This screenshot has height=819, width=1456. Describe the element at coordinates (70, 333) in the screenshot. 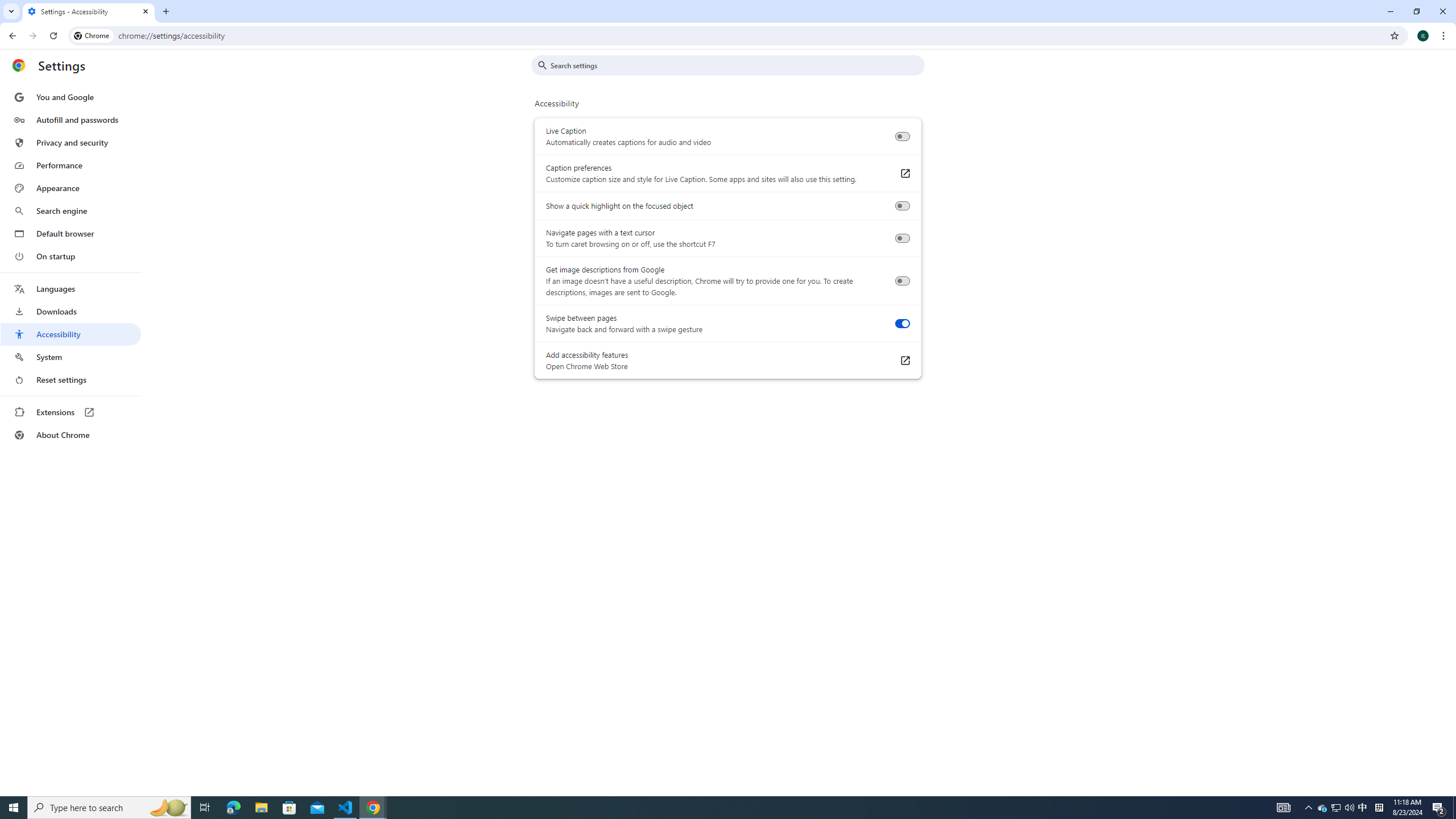

I see `'Accessibility'` at that location.